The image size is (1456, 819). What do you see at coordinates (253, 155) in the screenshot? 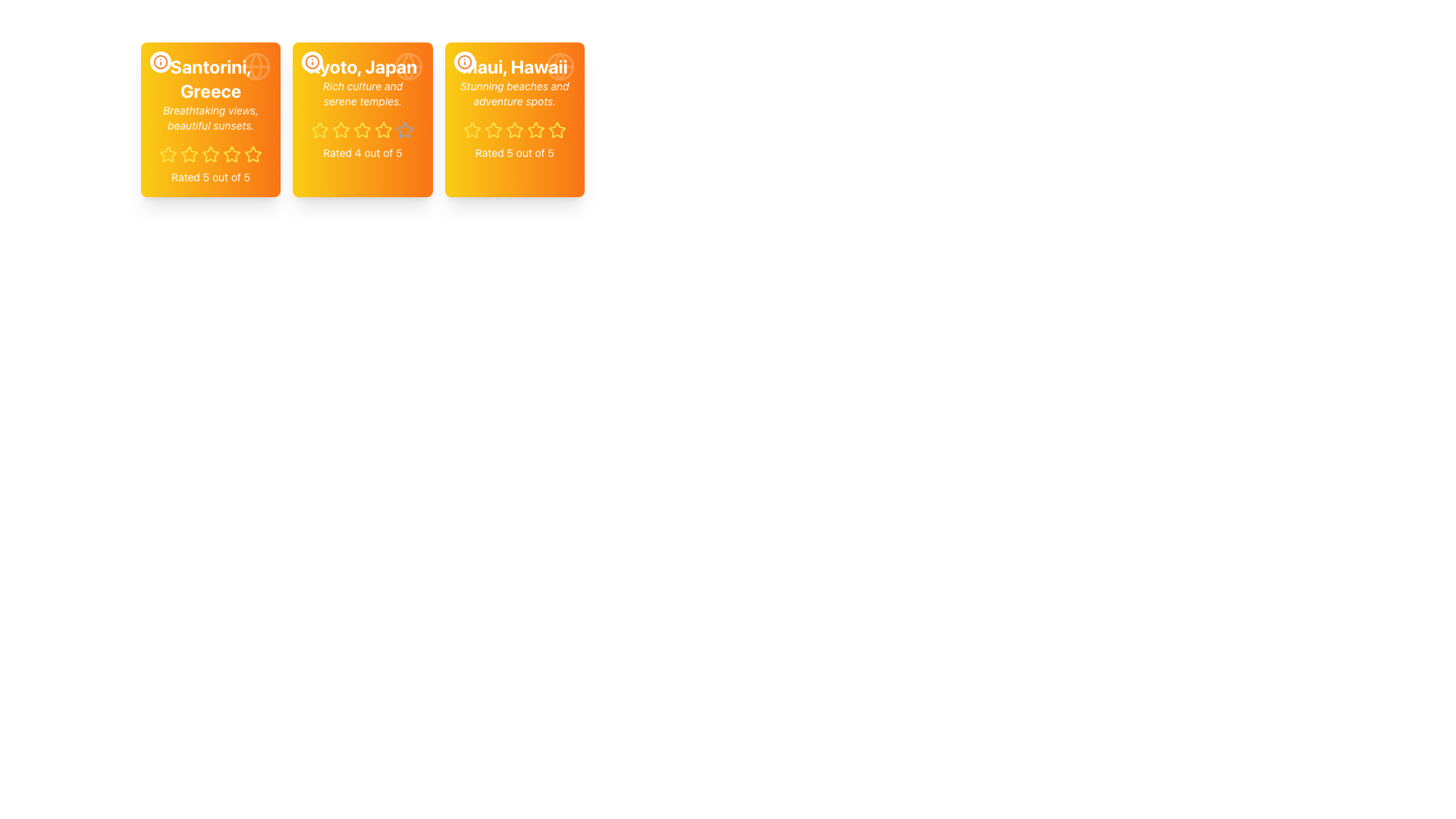
I see `the fifth yellow star icon in the rating bar of the card titled 'Santorini, Greece'` at bounding box center [253, 155].